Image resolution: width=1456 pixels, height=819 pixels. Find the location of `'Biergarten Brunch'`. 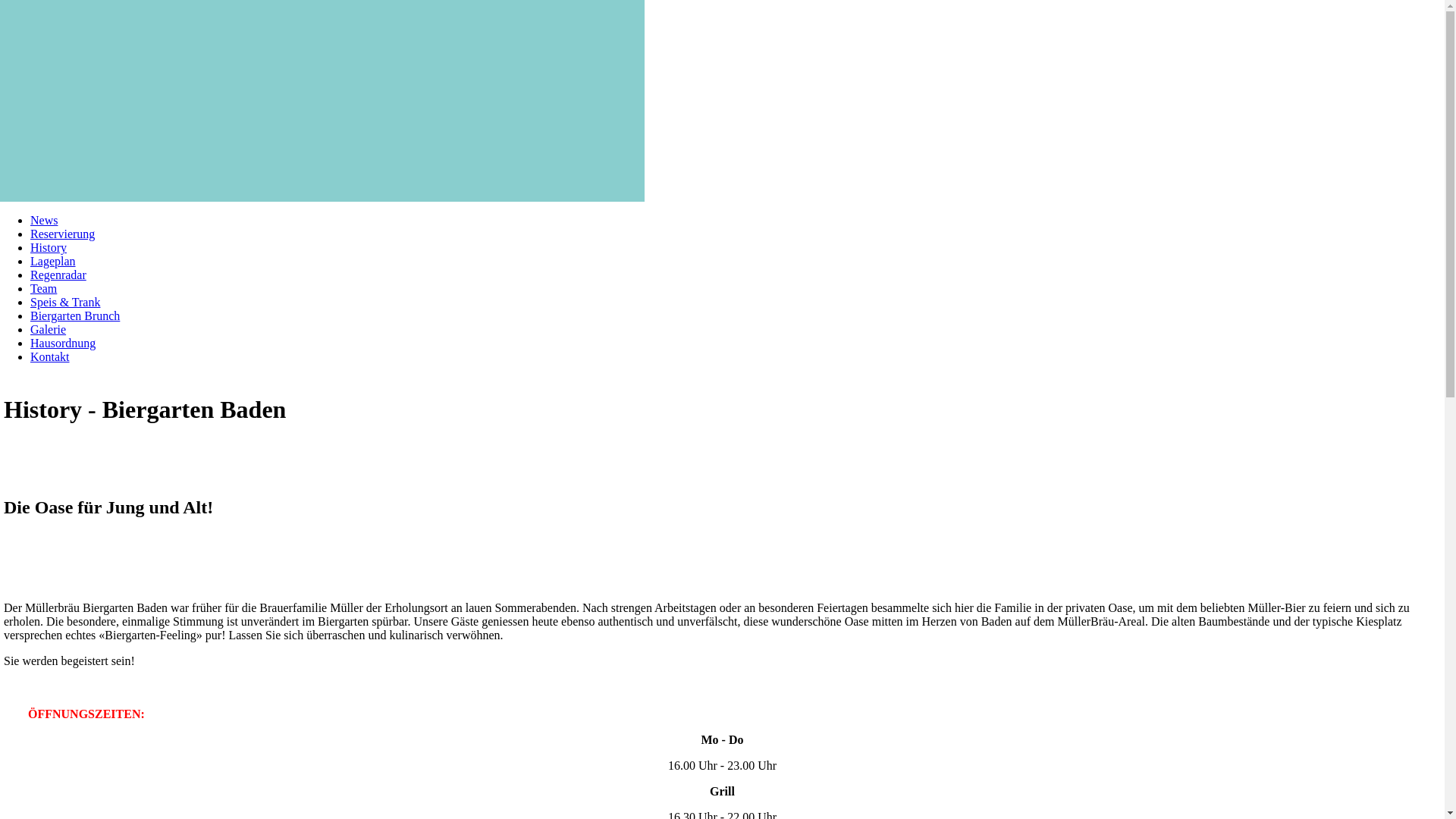

'Biergarten Brunch' is located at coordinates (30, 315).